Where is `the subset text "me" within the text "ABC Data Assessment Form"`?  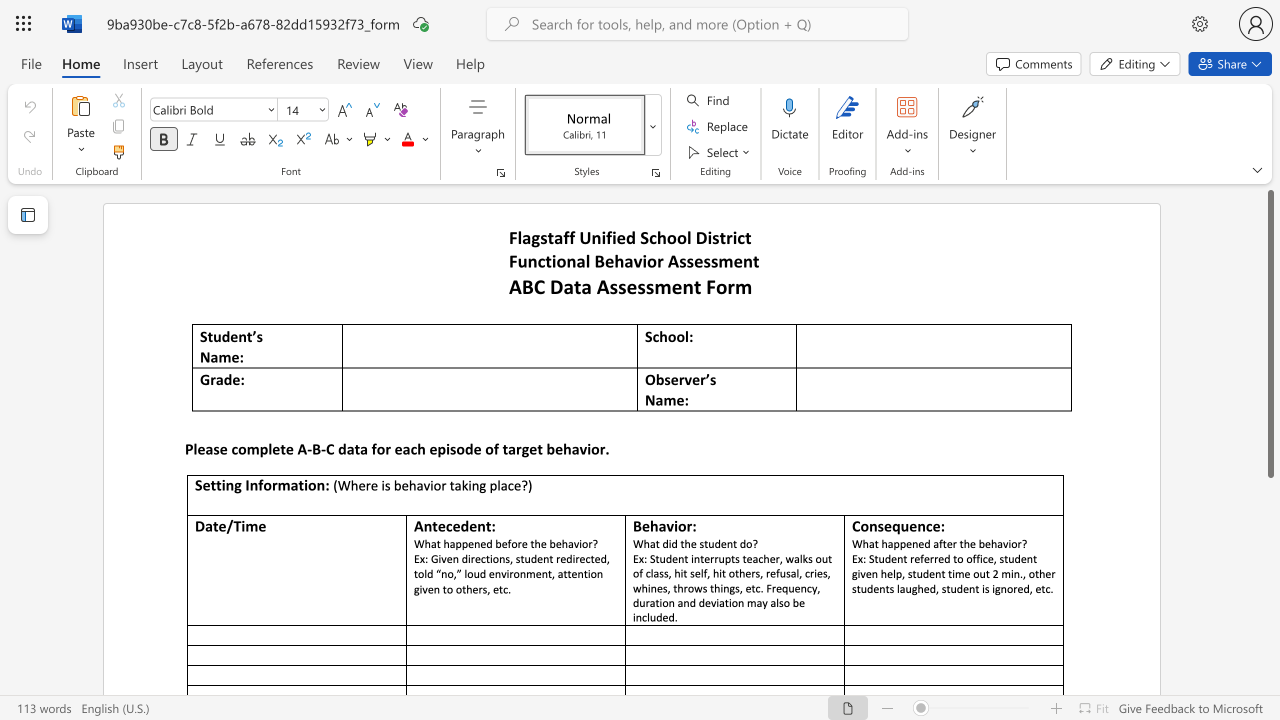
the subset text "me" within the text "ABC Data Assessment Form" is located at coordinates (654, 286).